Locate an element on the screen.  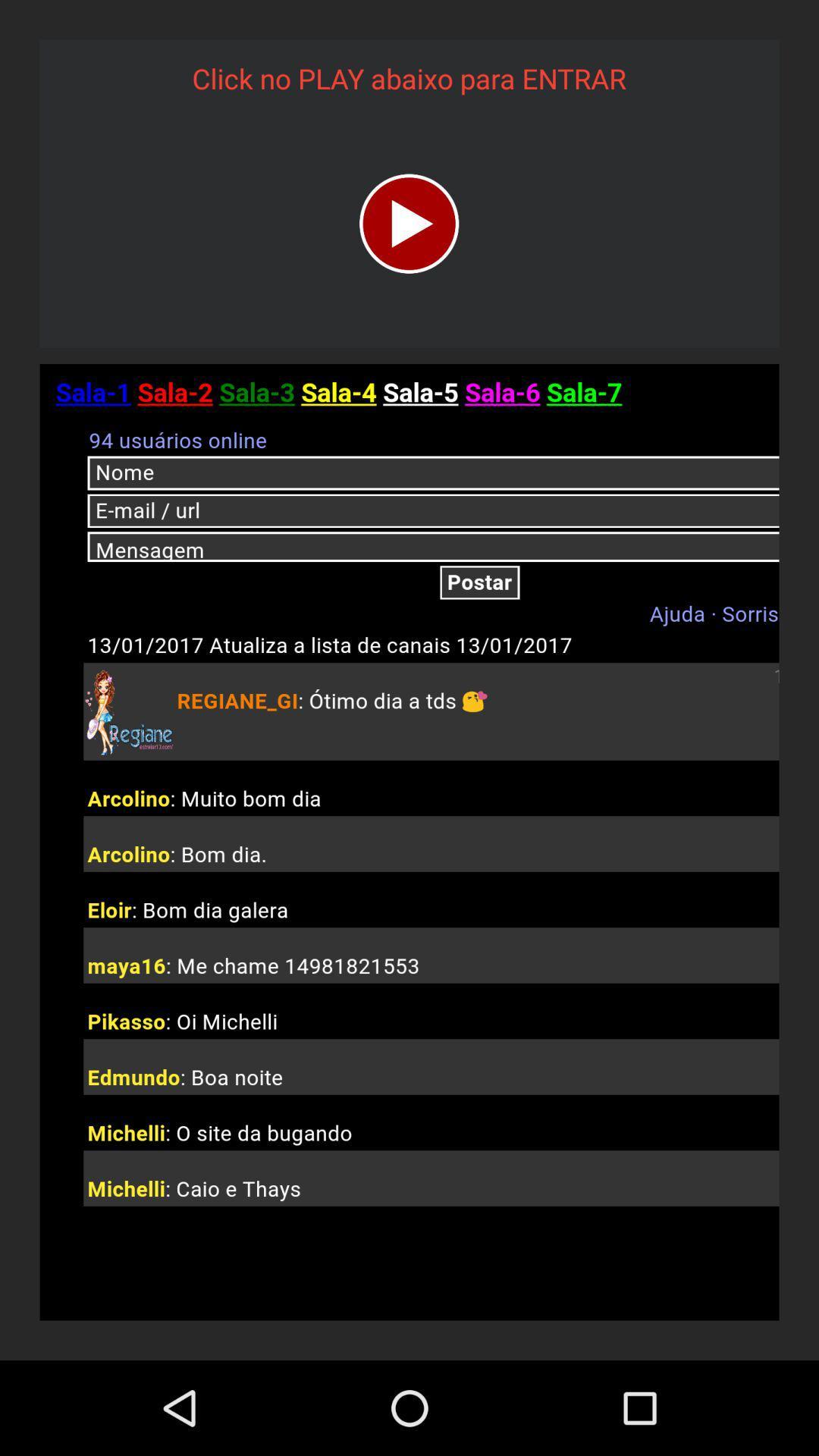
the play icon is located at coordinates (408, 223).